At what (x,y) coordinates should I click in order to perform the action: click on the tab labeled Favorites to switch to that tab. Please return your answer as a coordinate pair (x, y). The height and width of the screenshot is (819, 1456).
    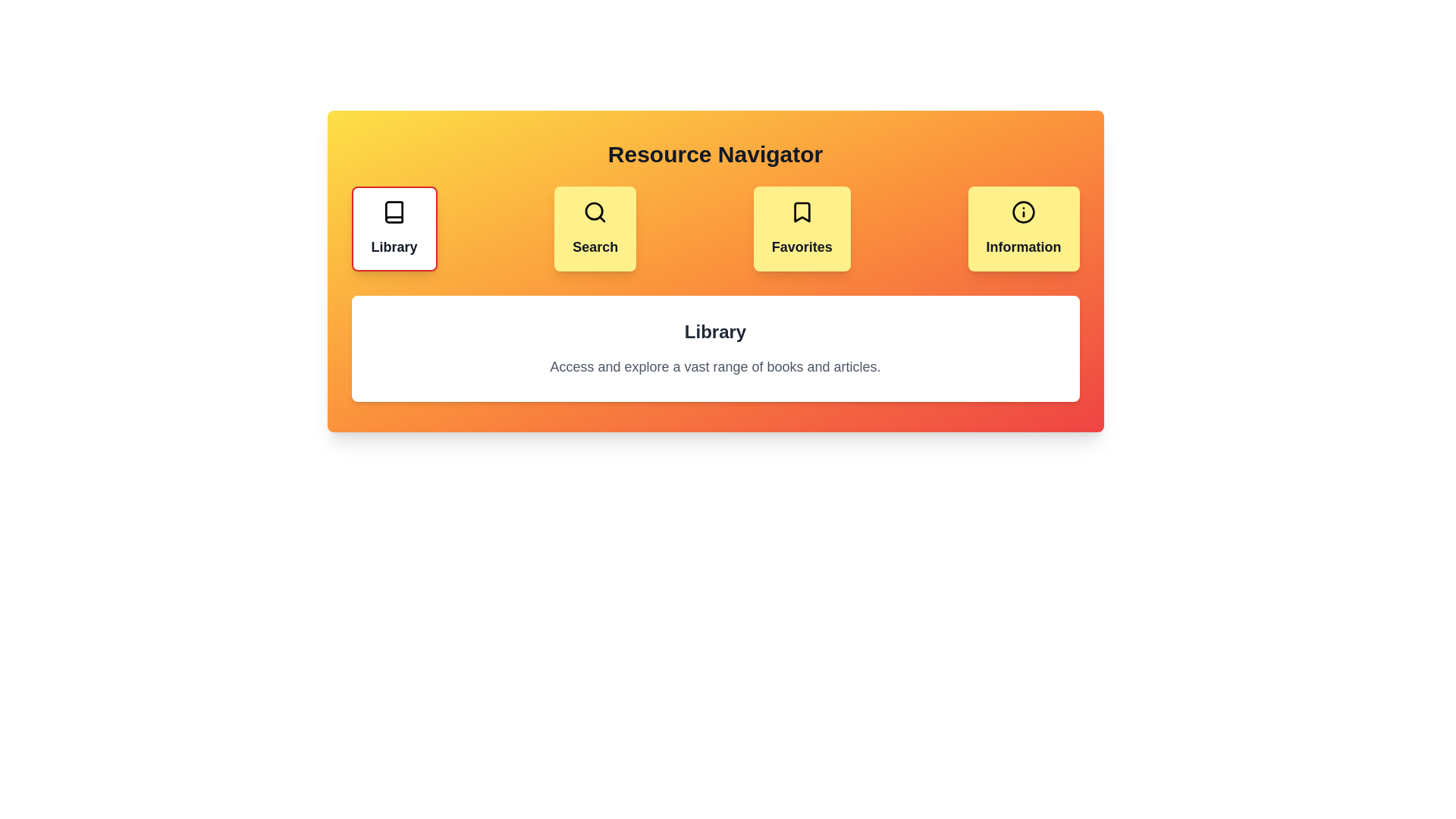
    Looking at the image, I should click on (801, 228).